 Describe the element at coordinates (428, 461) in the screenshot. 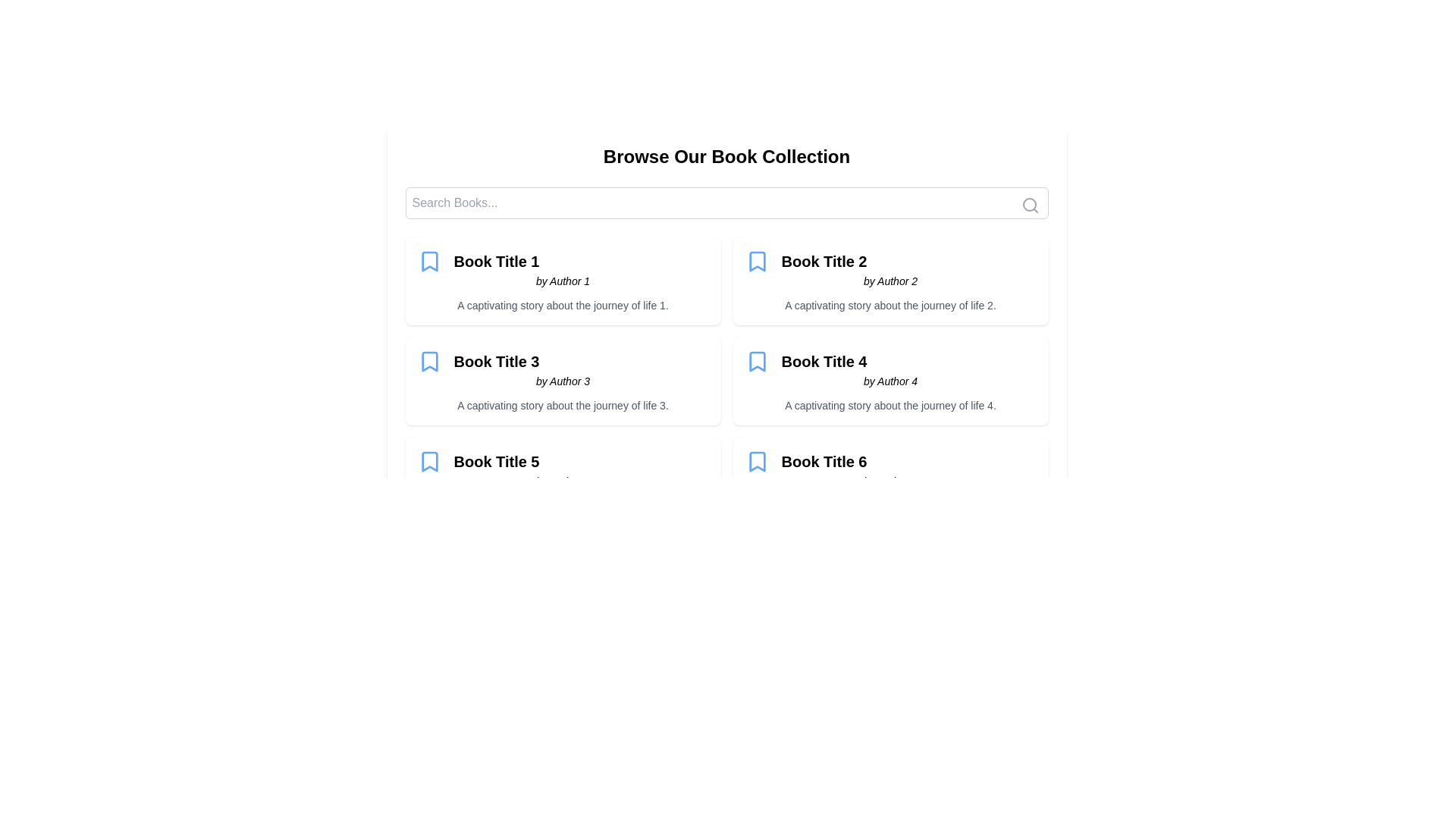

I see `the blue outlined bookmark icon located at the top-left corner of the card for 'Book Title 5'` at that location.